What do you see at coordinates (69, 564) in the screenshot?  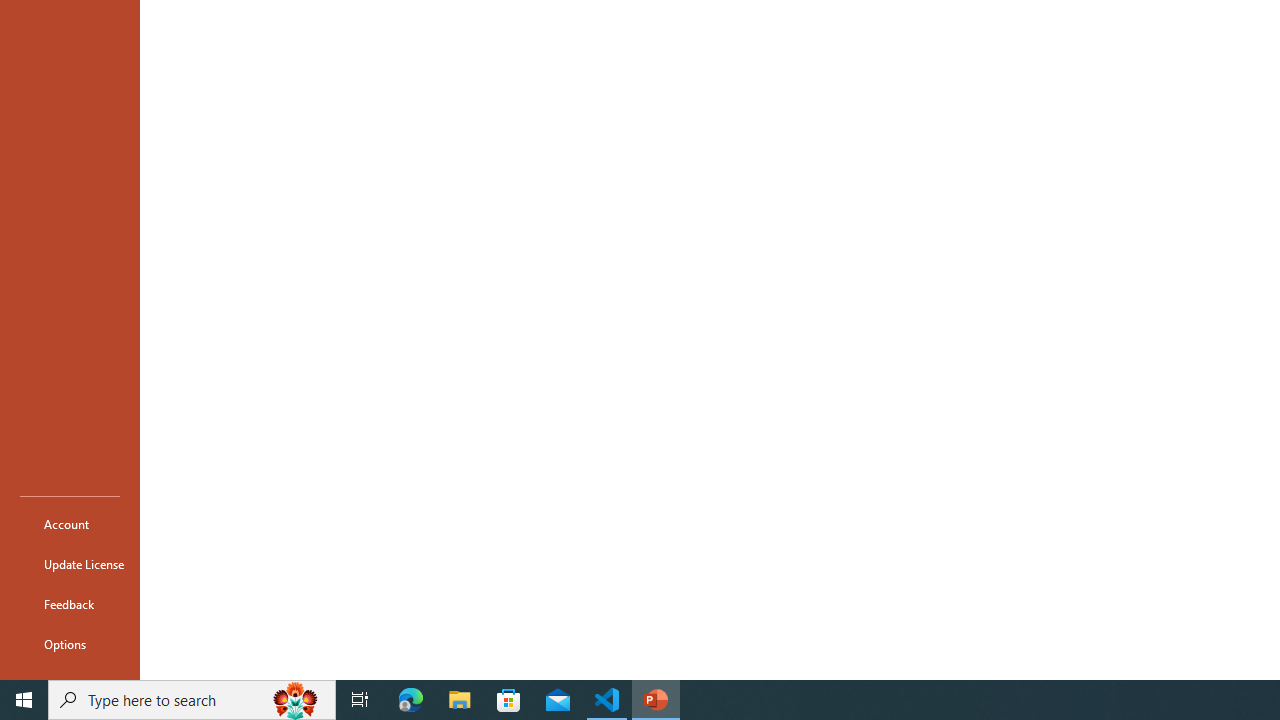 I see `'Update License'` at bounding box center [69, 564].